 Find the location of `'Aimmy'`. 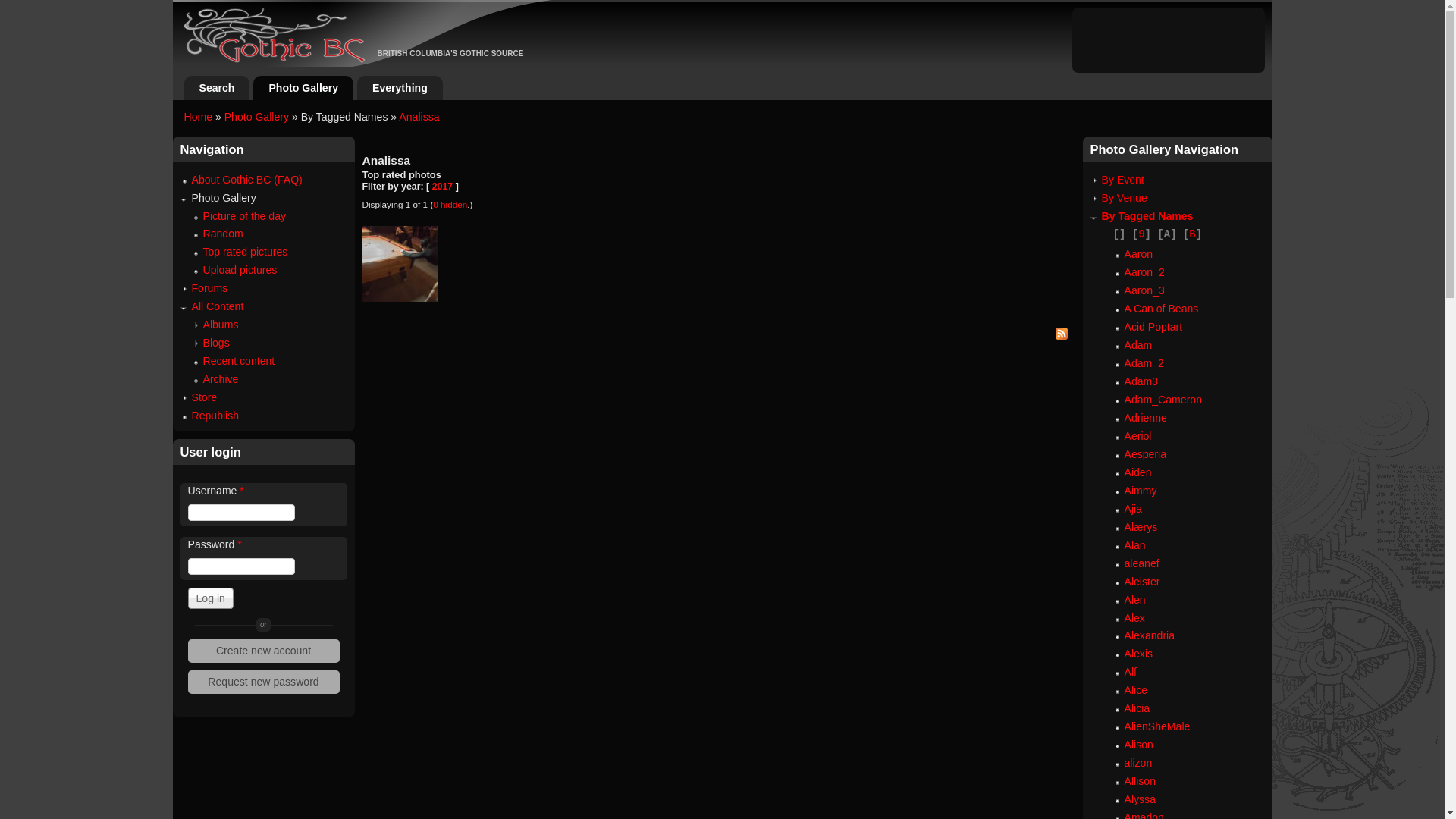

'Aimmy' is located at coordinates (1124, 491).